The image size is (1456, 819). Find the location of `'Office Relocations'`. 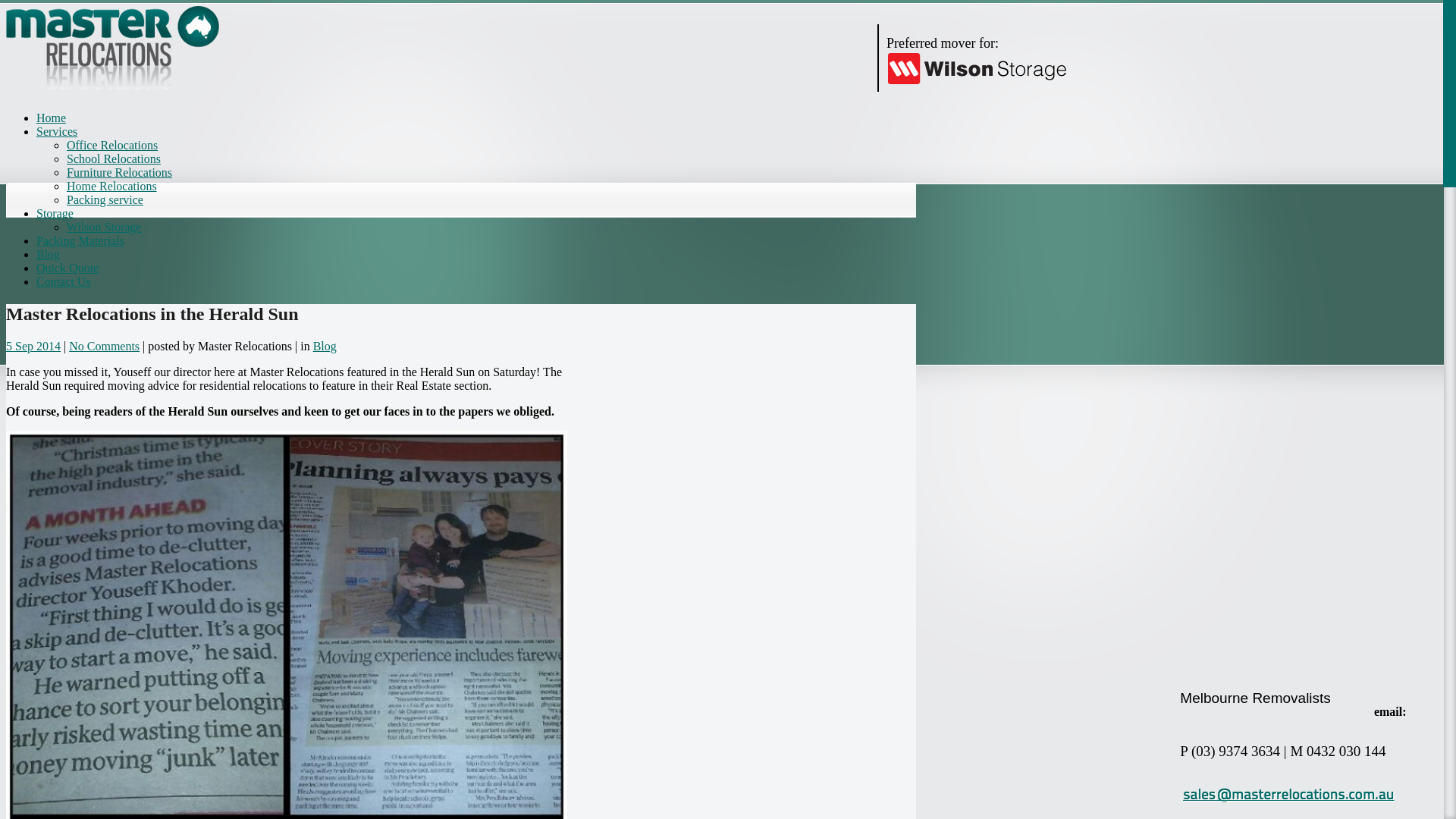

'Office Relocations' is located at coordinates (111, 145).